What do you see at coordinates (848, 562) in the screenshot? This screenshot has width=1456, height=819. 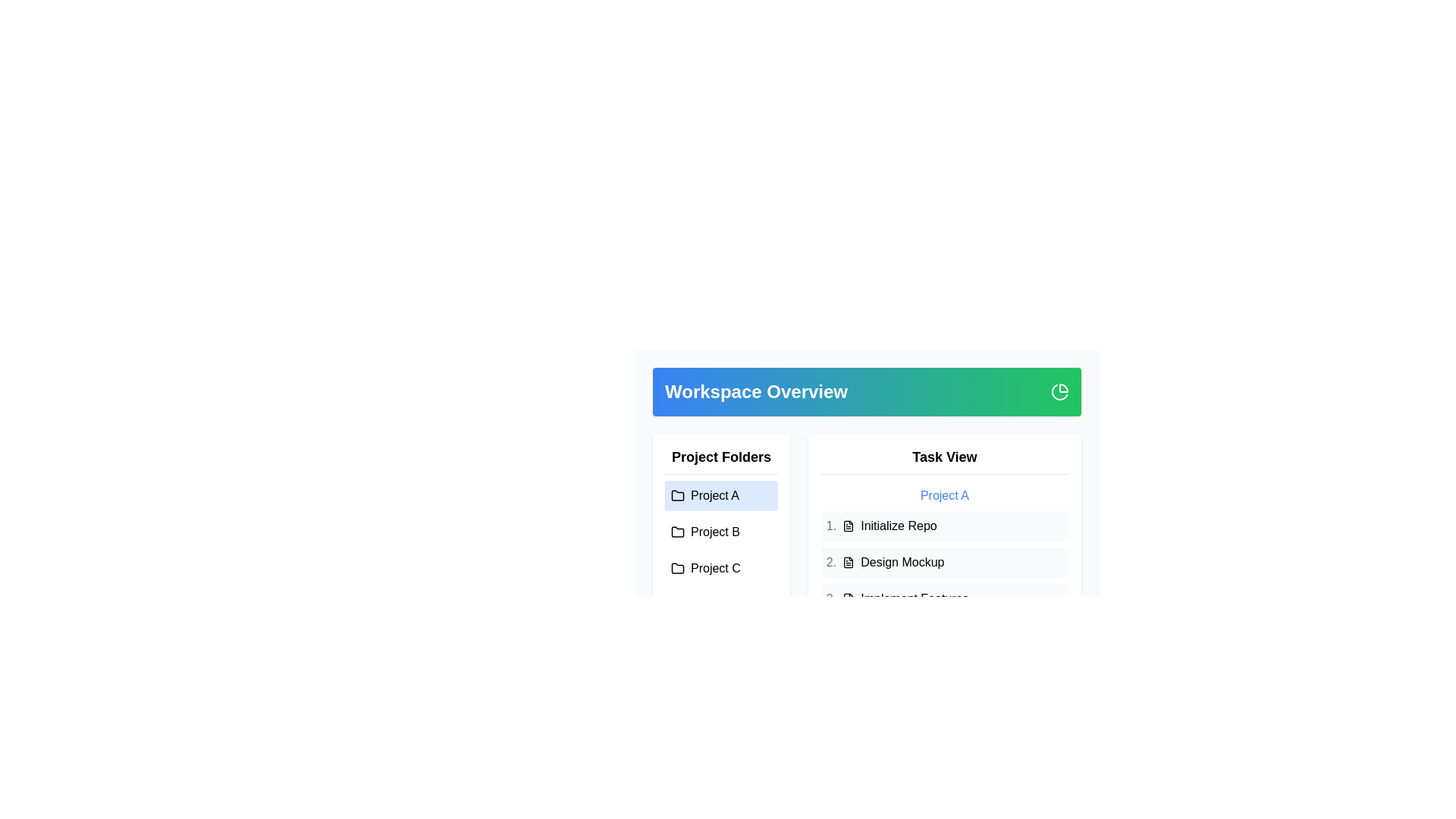 I see `the document icon in the task list that is adjacent to the text '2. Design Mockup'` at bounding box center [848, 562].